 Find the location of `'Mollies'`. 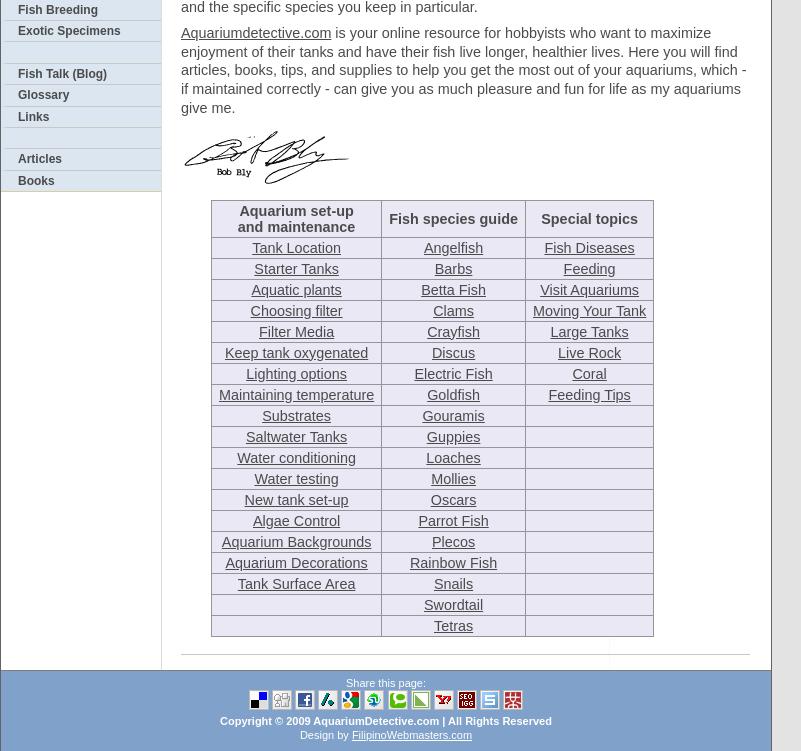

'Mollies' is located at coordinates (452, 478).